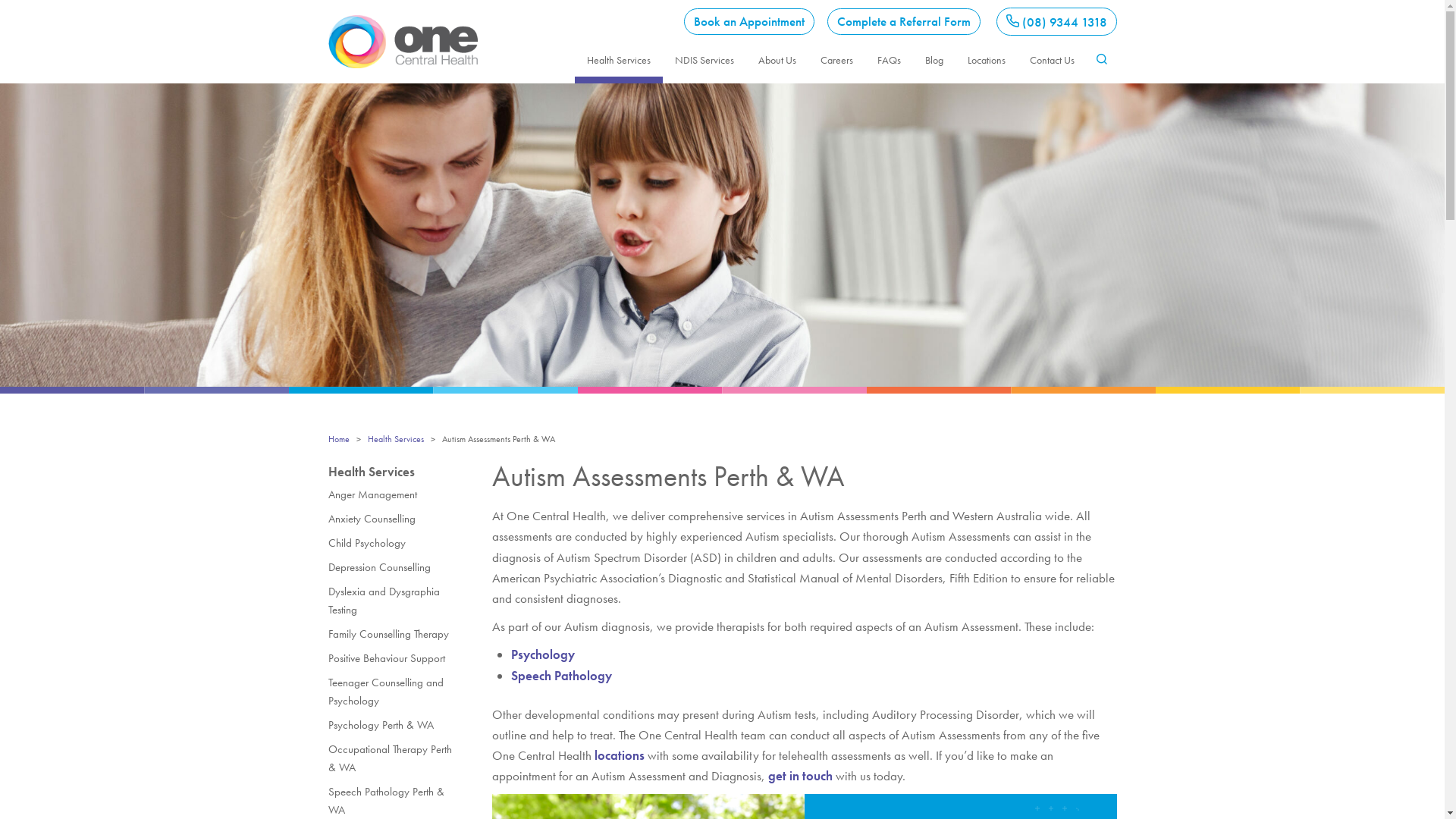 This screenshot has width=1456, height=819. What do you see at coordinates (1051, 58) in the screenshot?
I see `'Contact Us'` at bounding box center [1051, 58].